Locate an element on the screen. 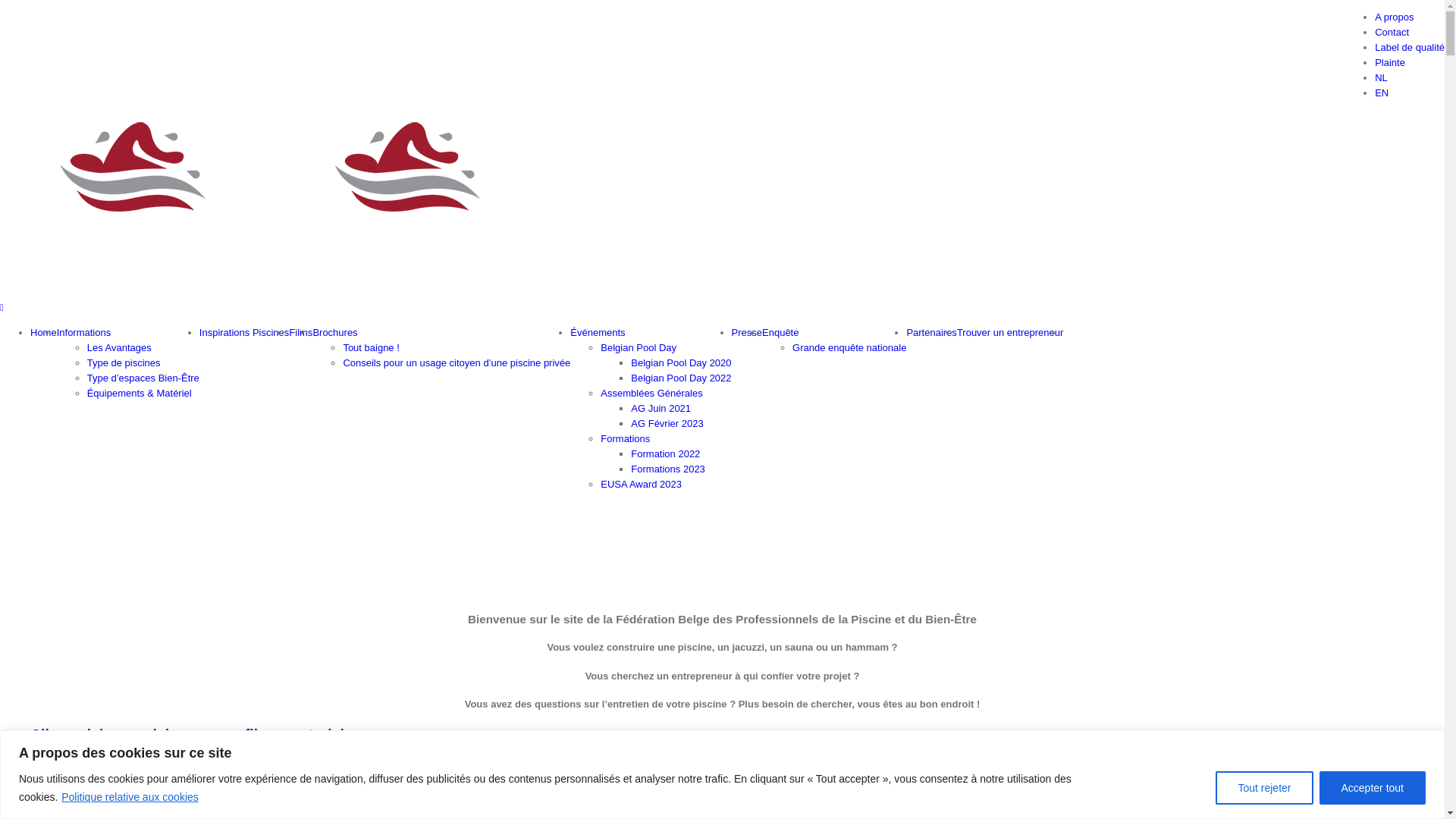  'Partenaires' is located at coordinates (906, 331).